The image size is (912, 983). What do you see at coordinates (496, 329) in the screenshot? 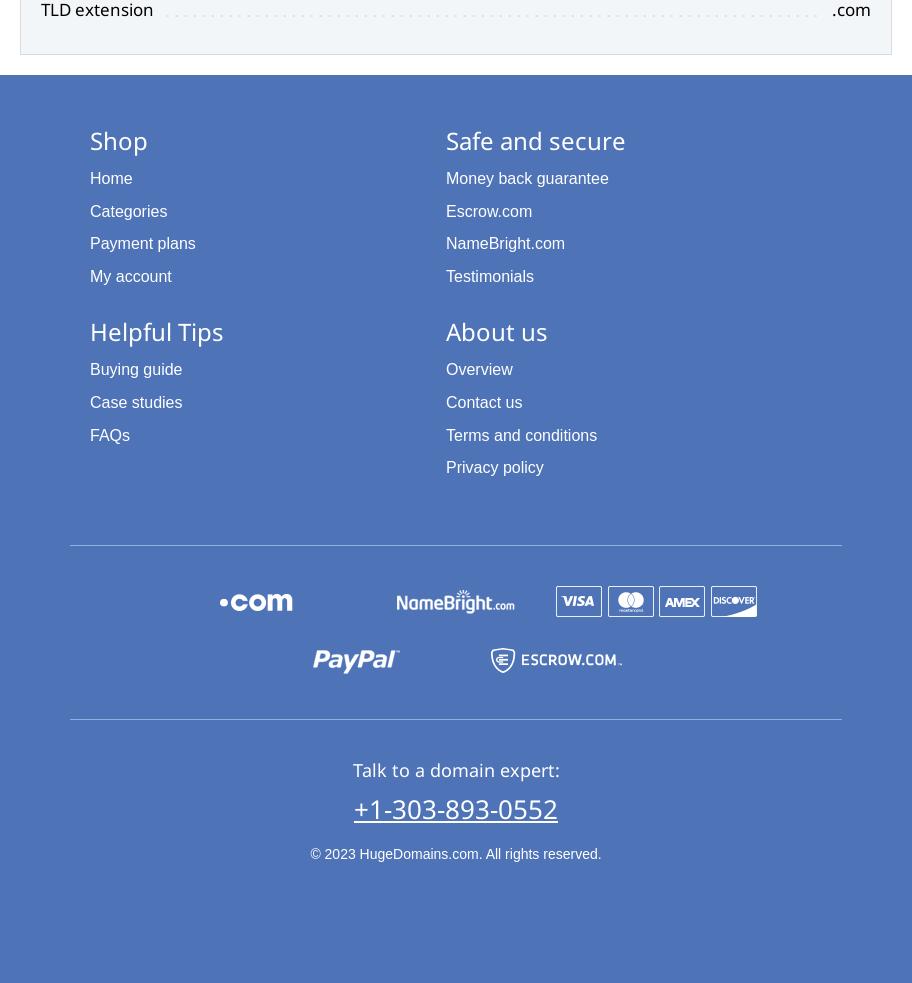
I see `'About us'` at bounding box center [496, 329].